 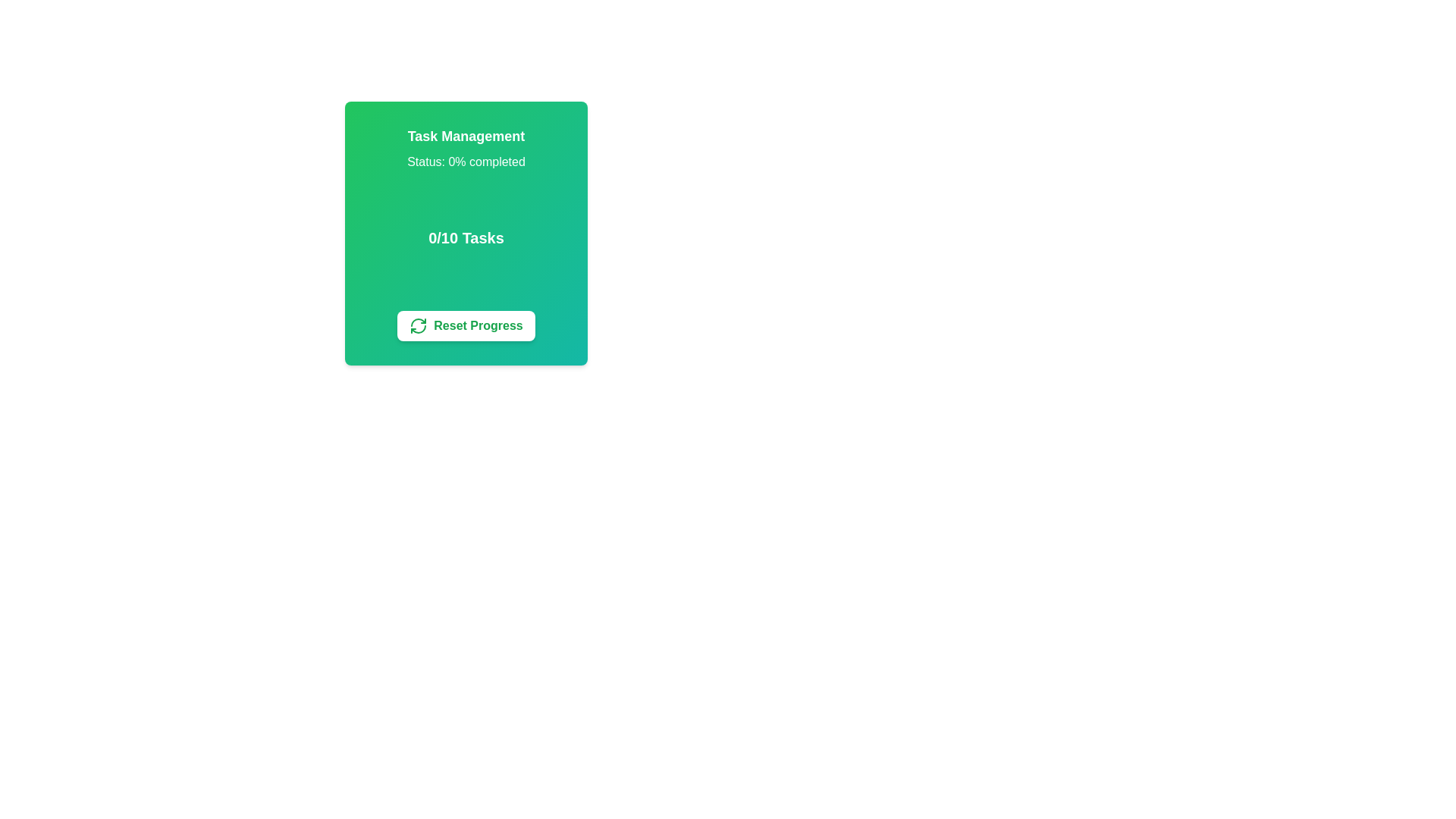 What do you see at coordinates (465, 325) in the screenshot?
I see `the 'Reset Progress' button, which is styled with a rounded rectangle shape, white background, and green text, located at the bottom of the 'Task Management' card` at bounding box center [465, 325].